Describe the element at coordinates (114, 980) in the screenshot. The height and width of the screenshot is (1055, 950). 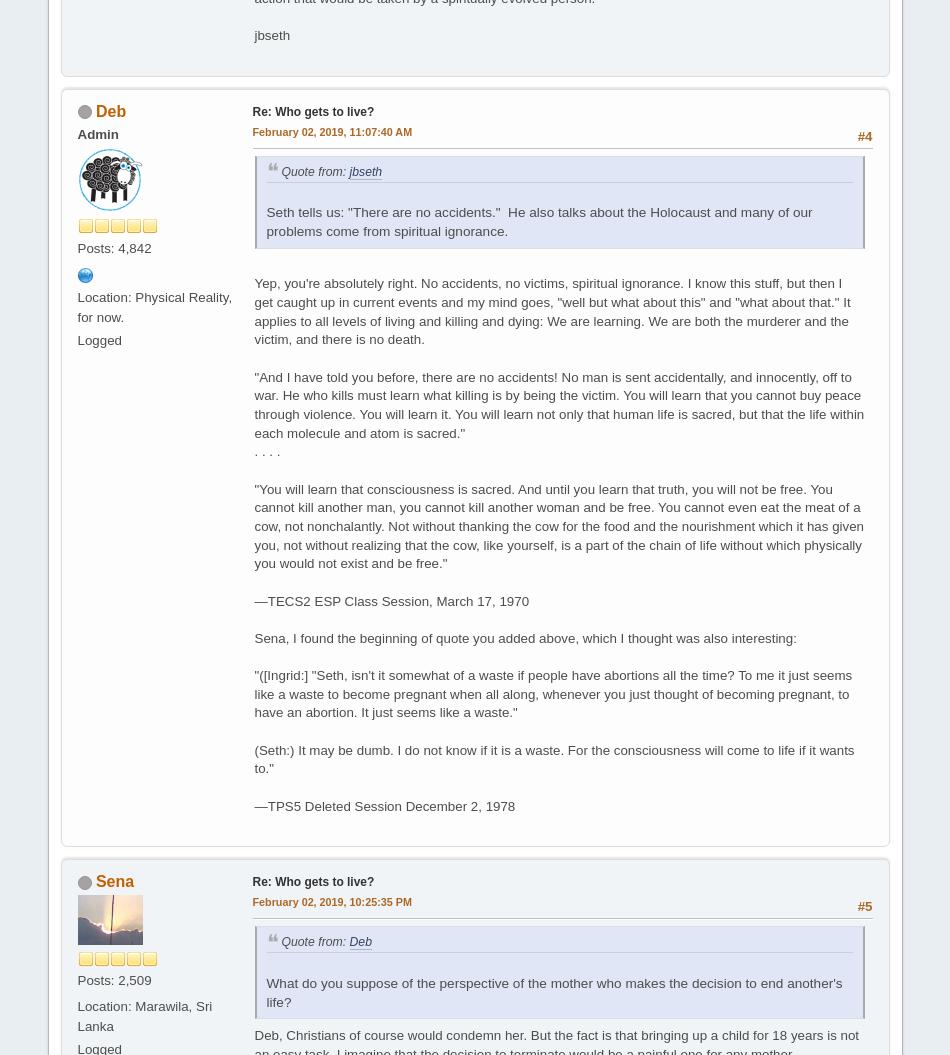
I see `'Posts: 2,509'` at that location.